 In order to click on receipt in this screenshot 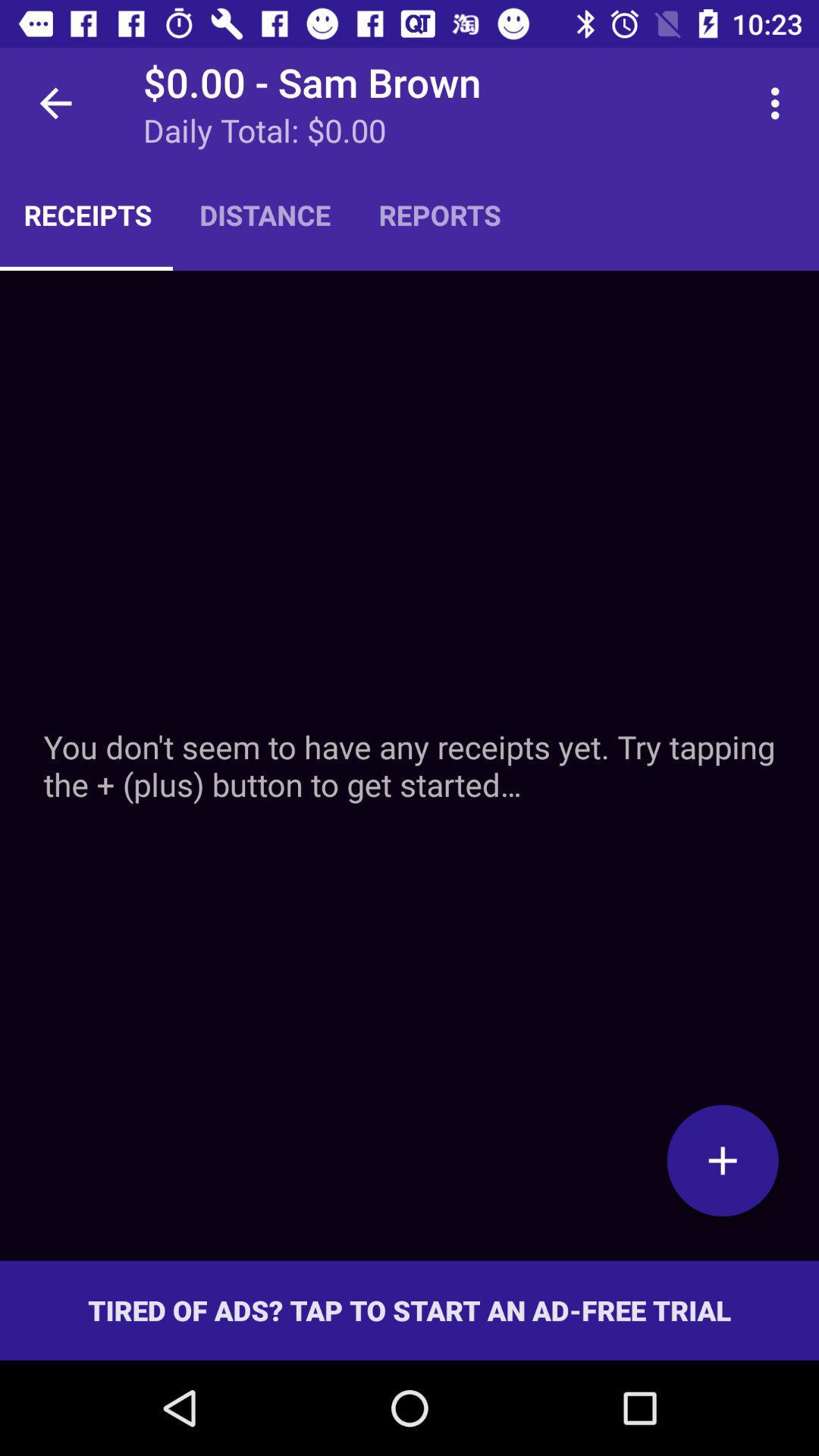, I will do `click(722, 1159)`.